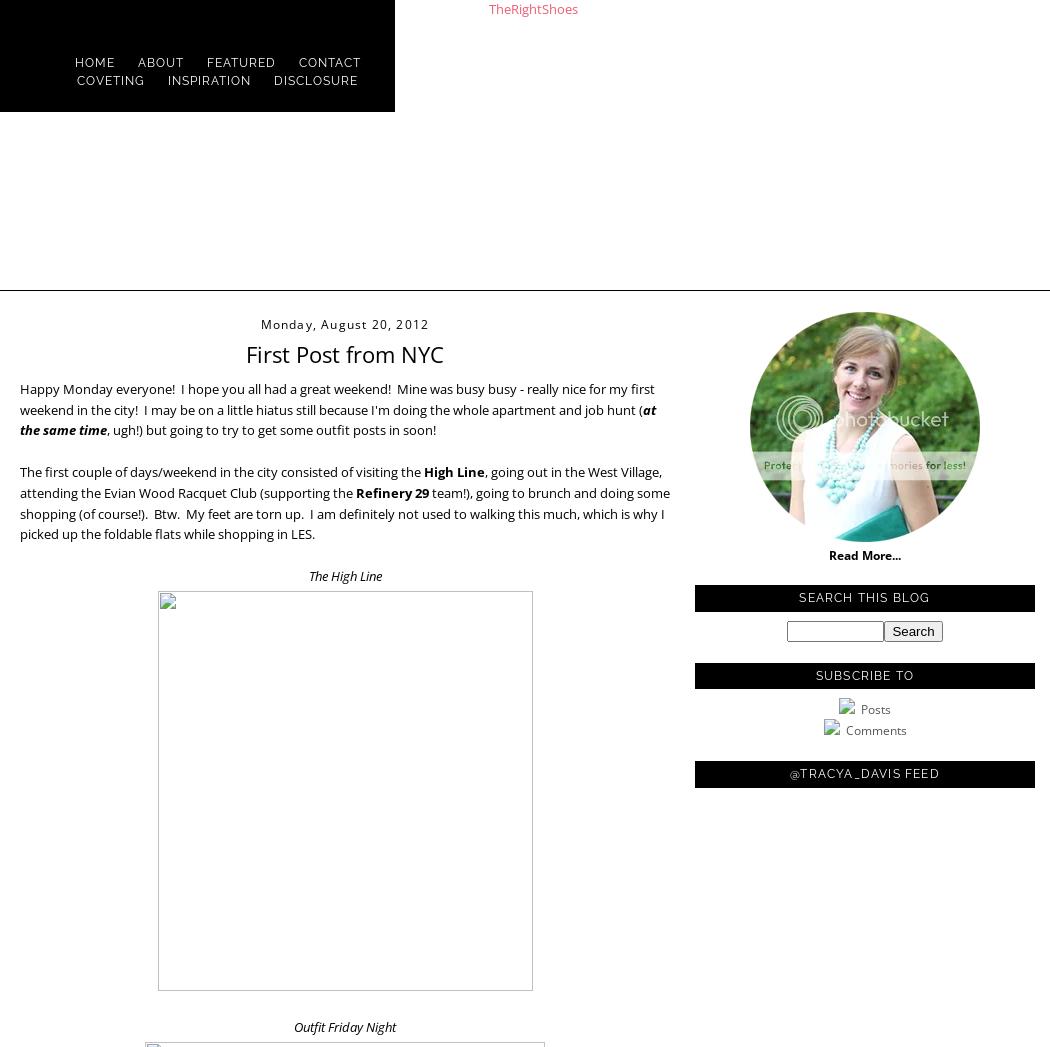  I want to click on 'The High Line', so click(343, 574).